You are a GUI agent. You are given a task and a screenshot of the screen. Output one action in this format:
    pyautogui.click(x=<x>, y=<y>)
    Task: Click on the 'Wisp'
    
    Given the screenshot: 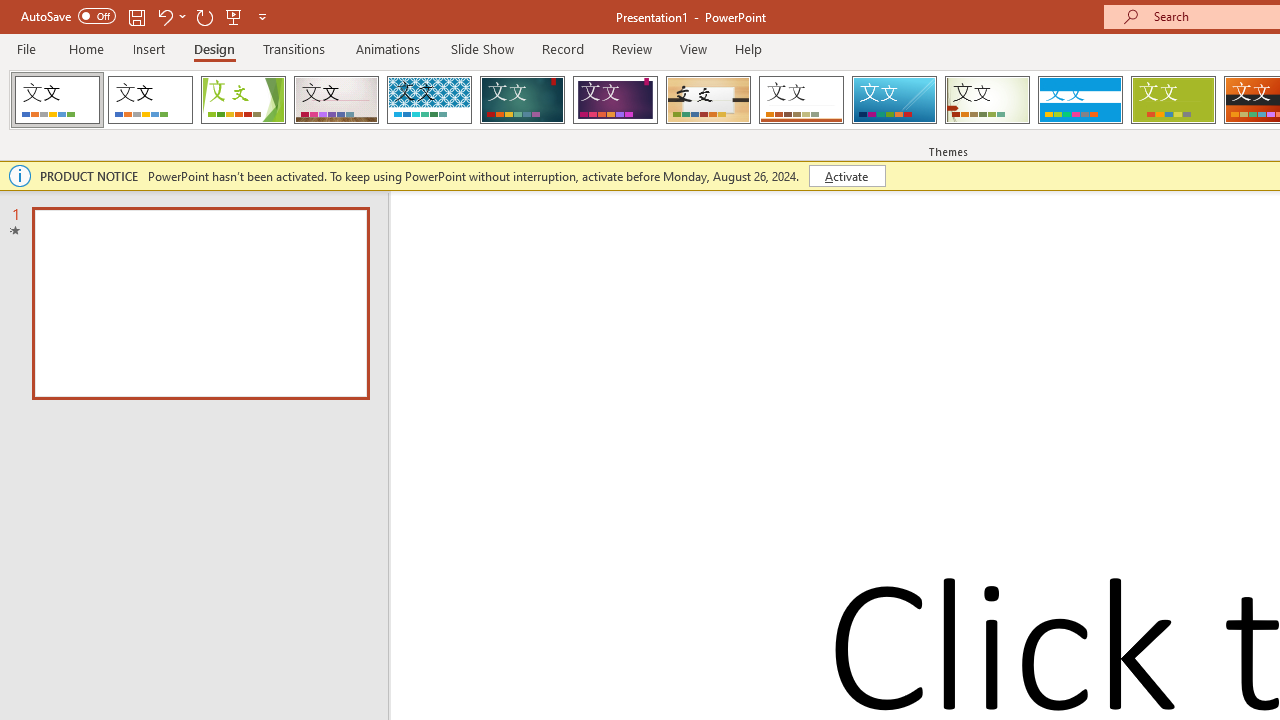 What is the action you would take?
    pyautogui.click(x=987, y=100)
    